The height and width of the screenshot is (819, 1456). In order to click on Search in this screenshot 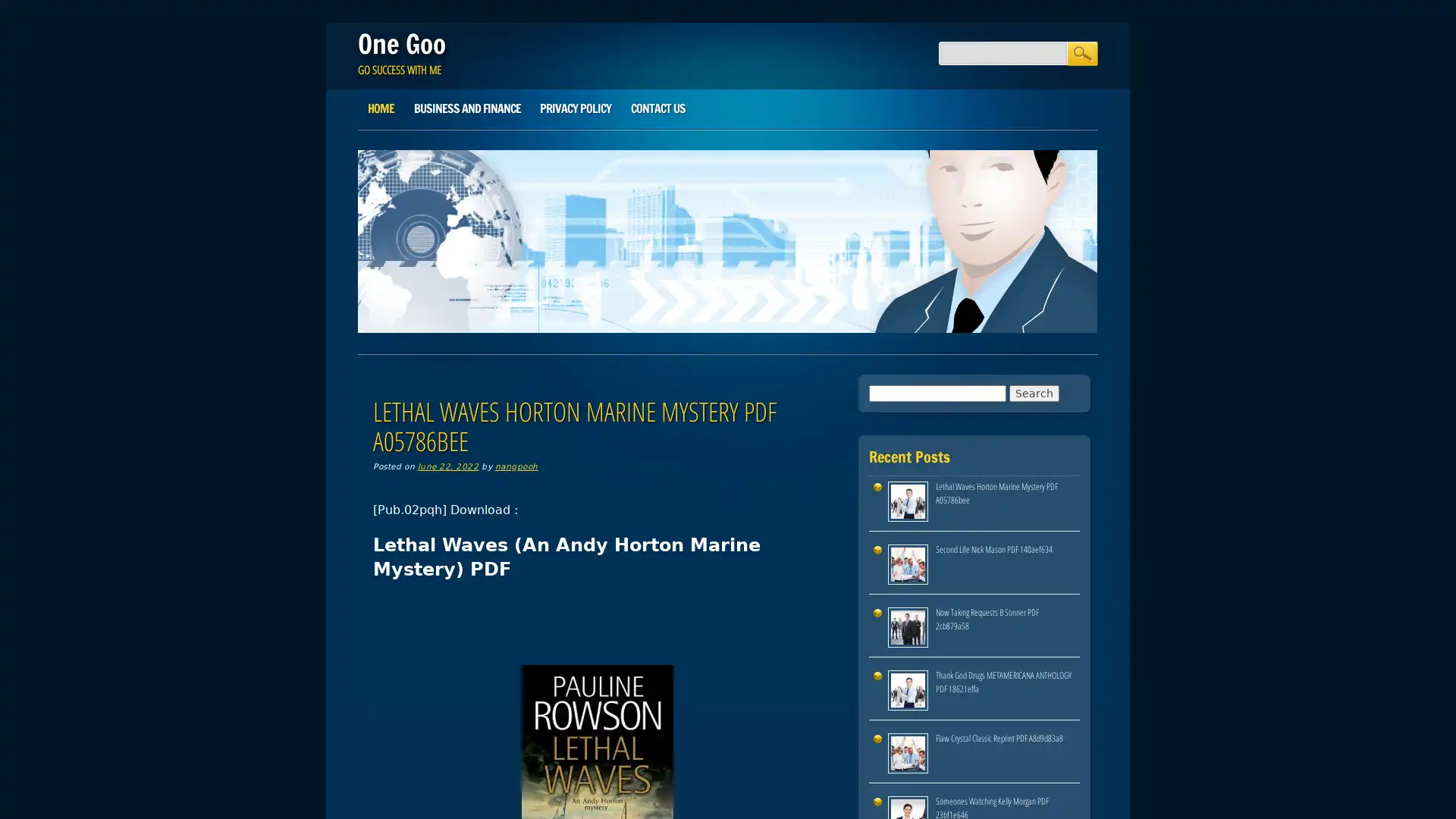, I will do `click(1081, 52)`.